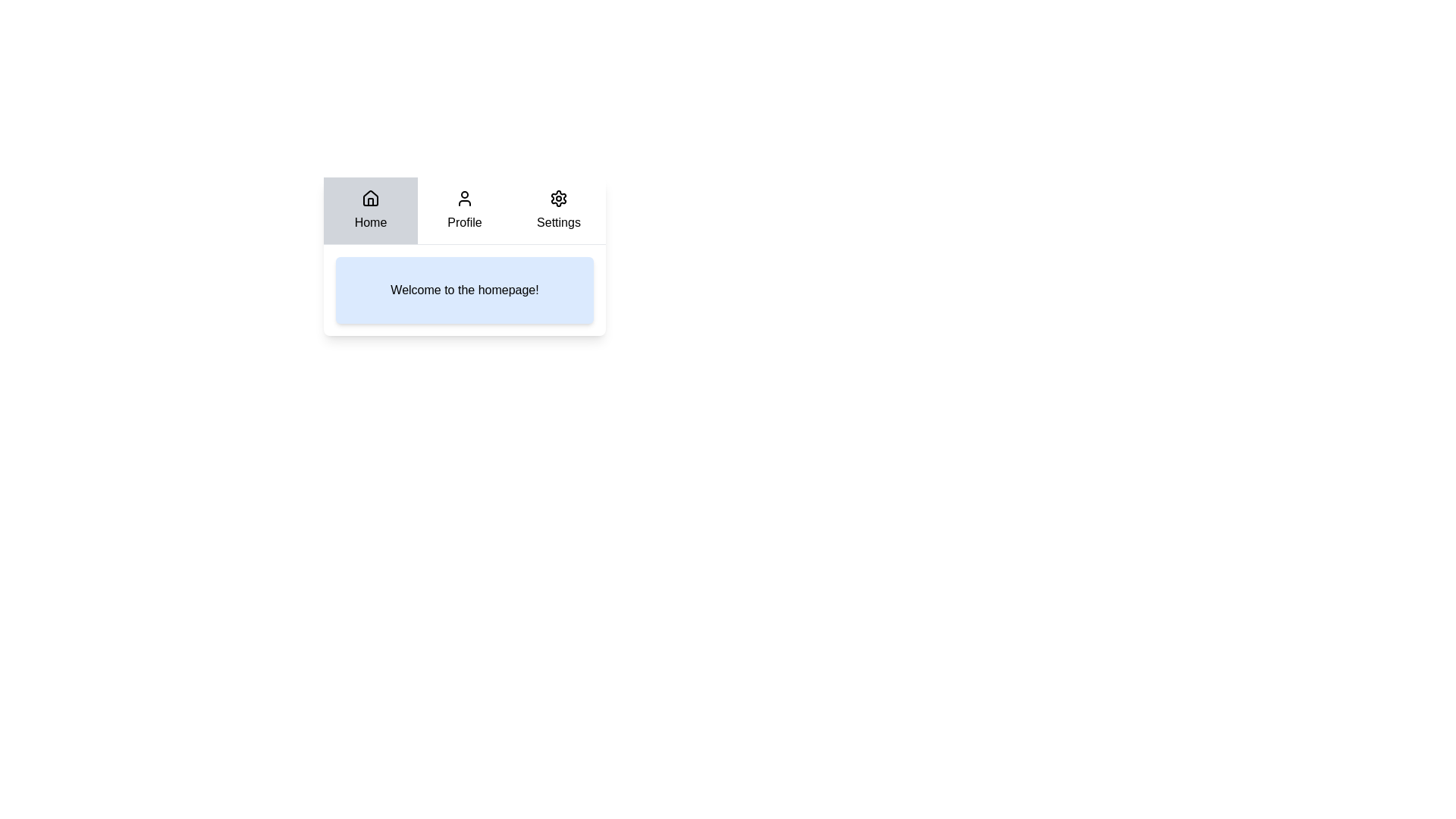 This screenshot has height=819, width=1456. Describe the element at coordinates (558, 210) in the screenshot. I see `the Settings tab by clicking on it` at that location.